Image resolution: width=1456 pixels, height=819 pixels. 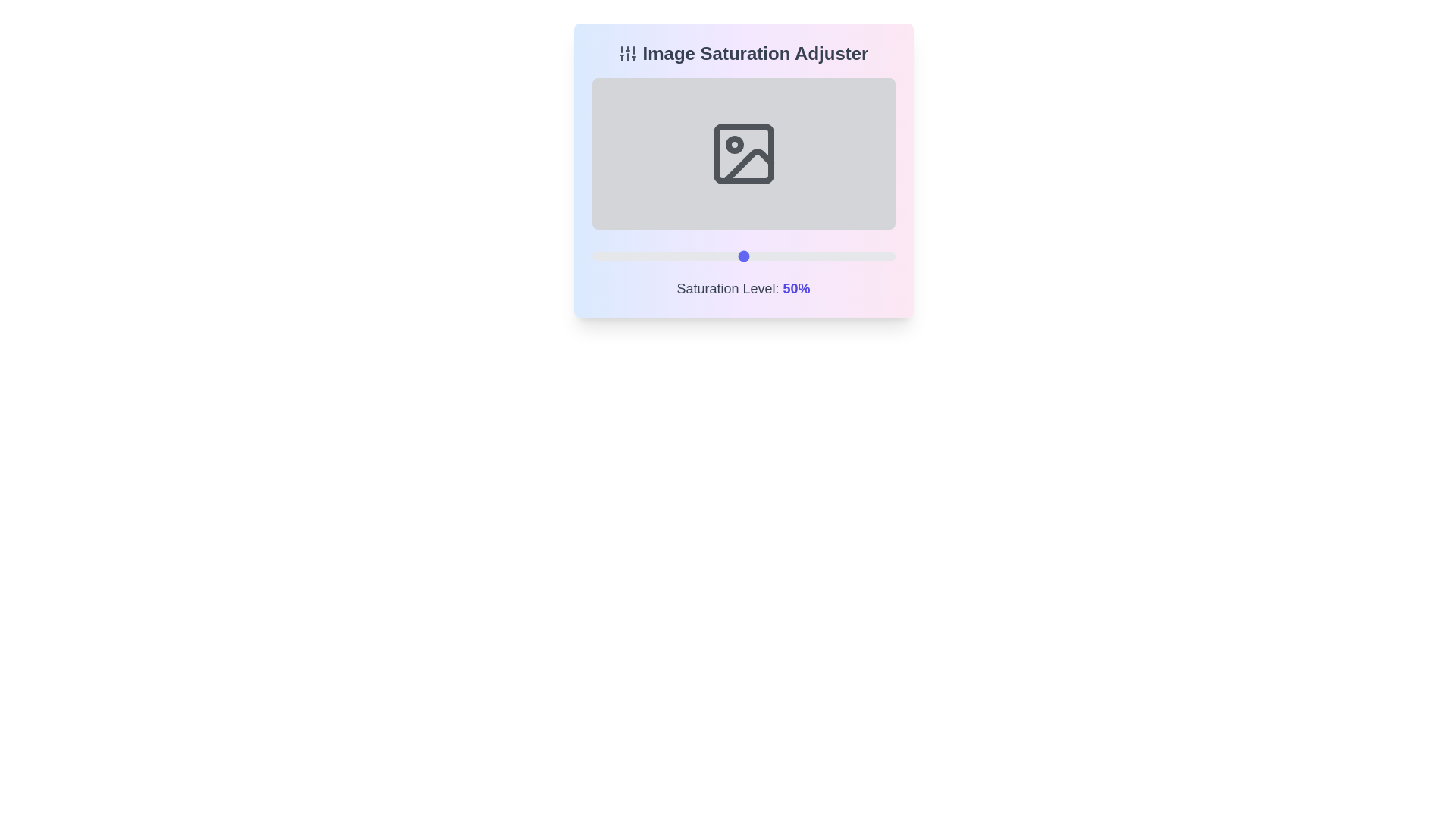 What do you see at coordinates (855, 256) in the screenshot?
I see `the saturation slider to set the saturation level to 87` at bounding box center [855, 256].